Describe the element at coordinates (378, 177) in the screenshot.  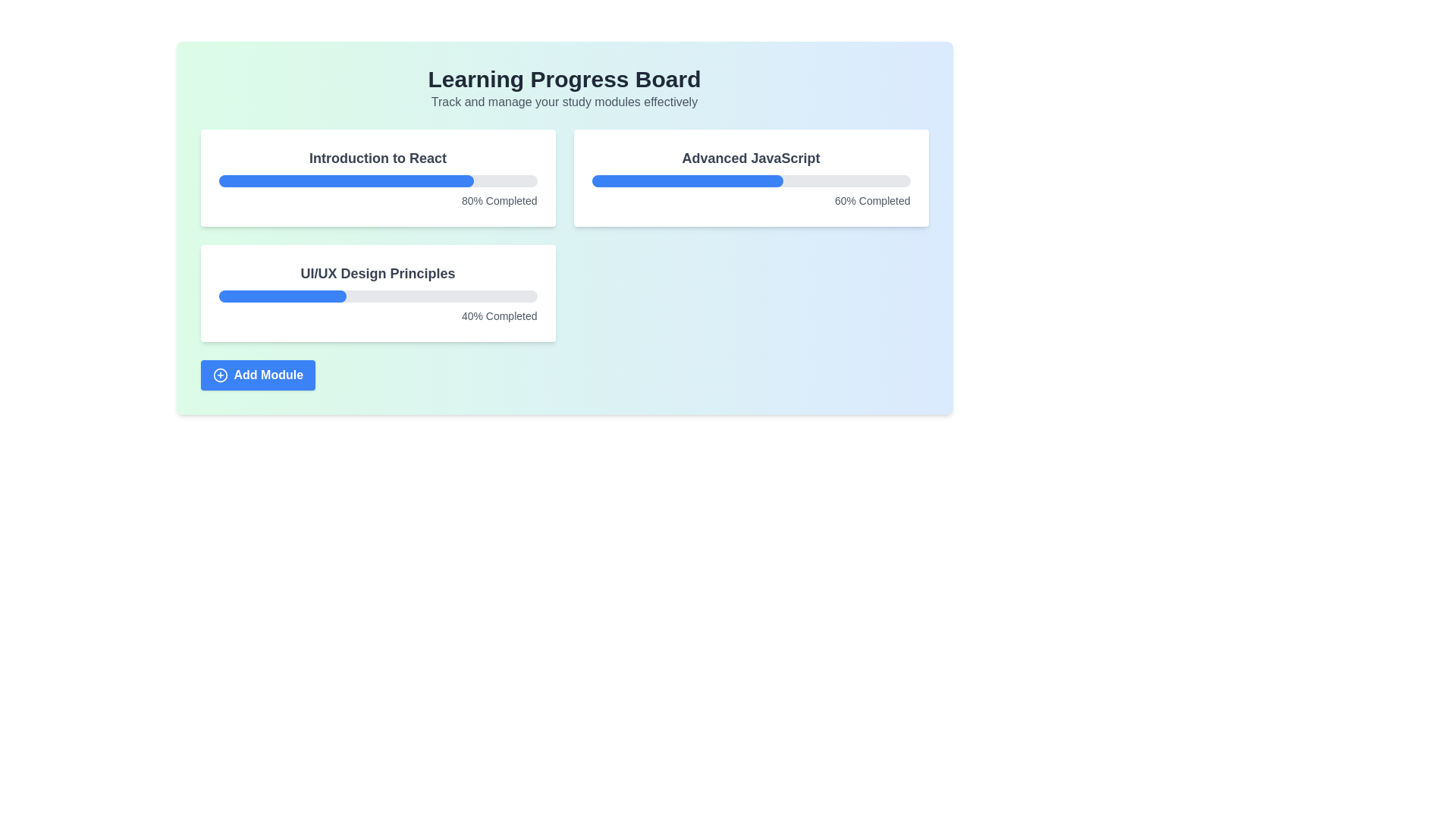
I see `the Progress card displaying the progress of the learning module 'Introduction to React', located at the top left of the grid containing similar progress cards` at that location.